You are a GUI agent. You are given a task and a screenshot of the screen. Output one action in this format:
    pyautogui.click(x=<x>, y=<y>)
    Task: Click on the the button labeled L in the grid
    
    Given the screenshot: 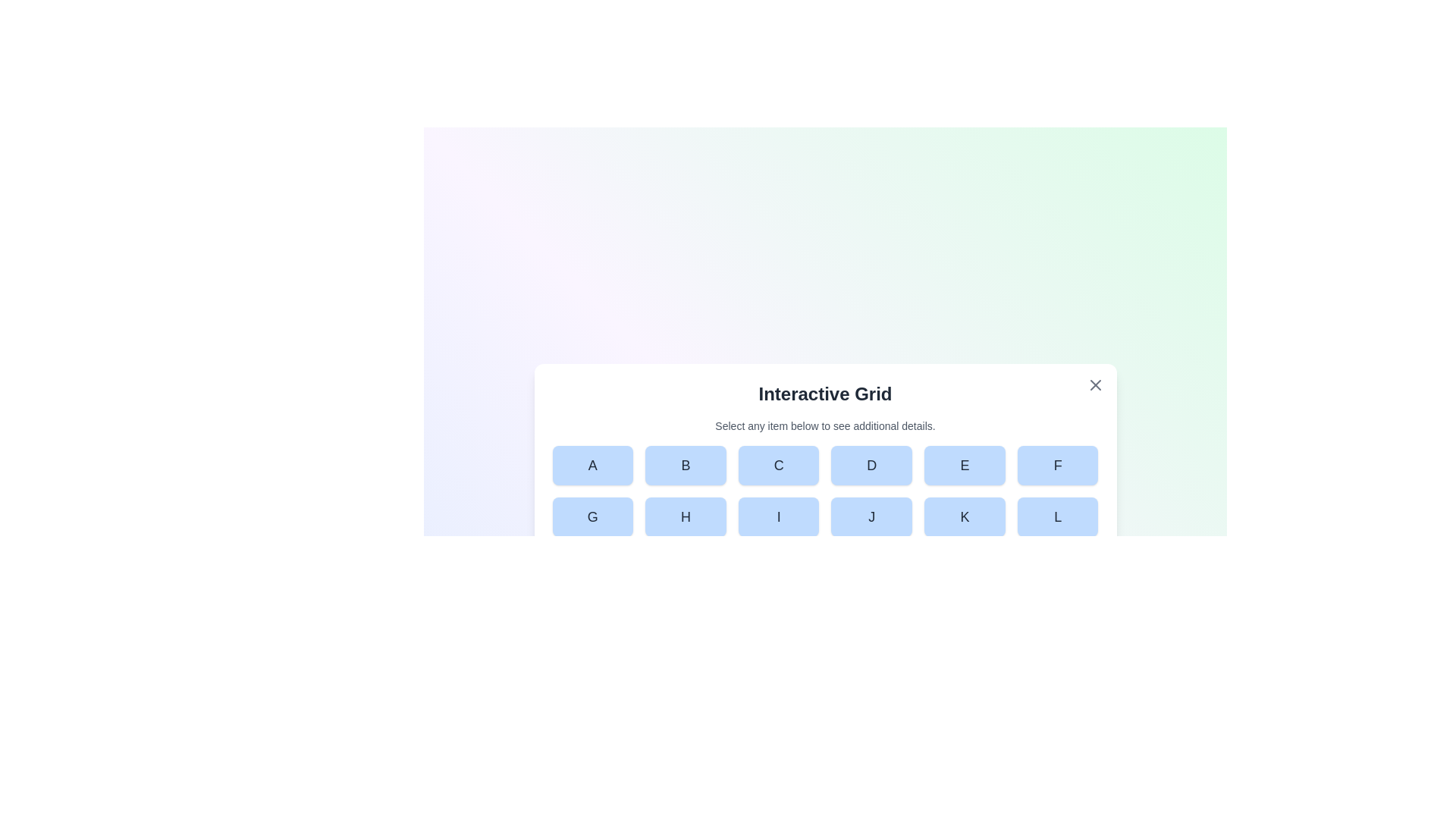 What is the action you would take?
    pyautogui.click(x=1057, y=516)
    